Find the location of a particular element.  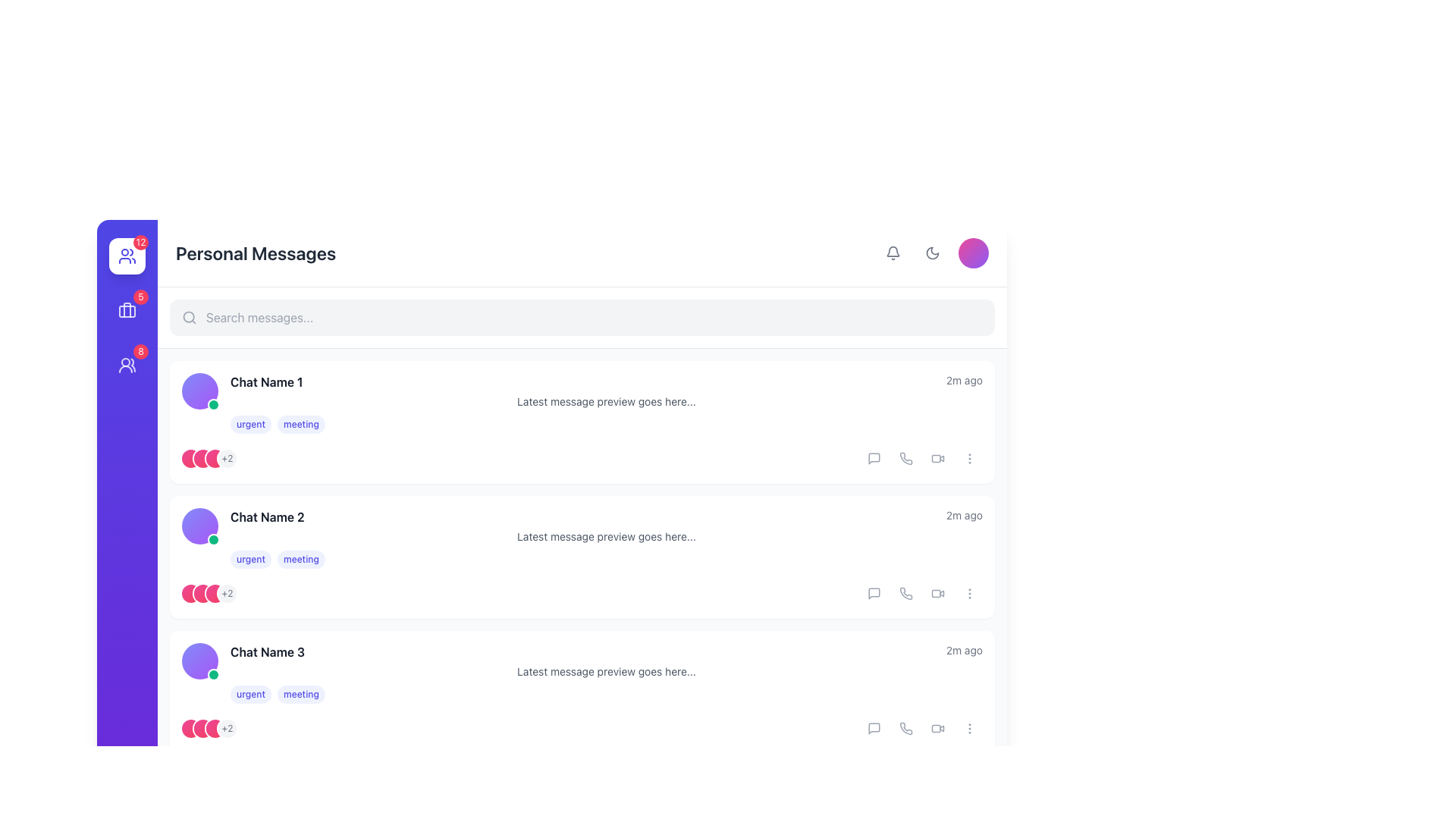

the call button is located at coordinates (906, 727).